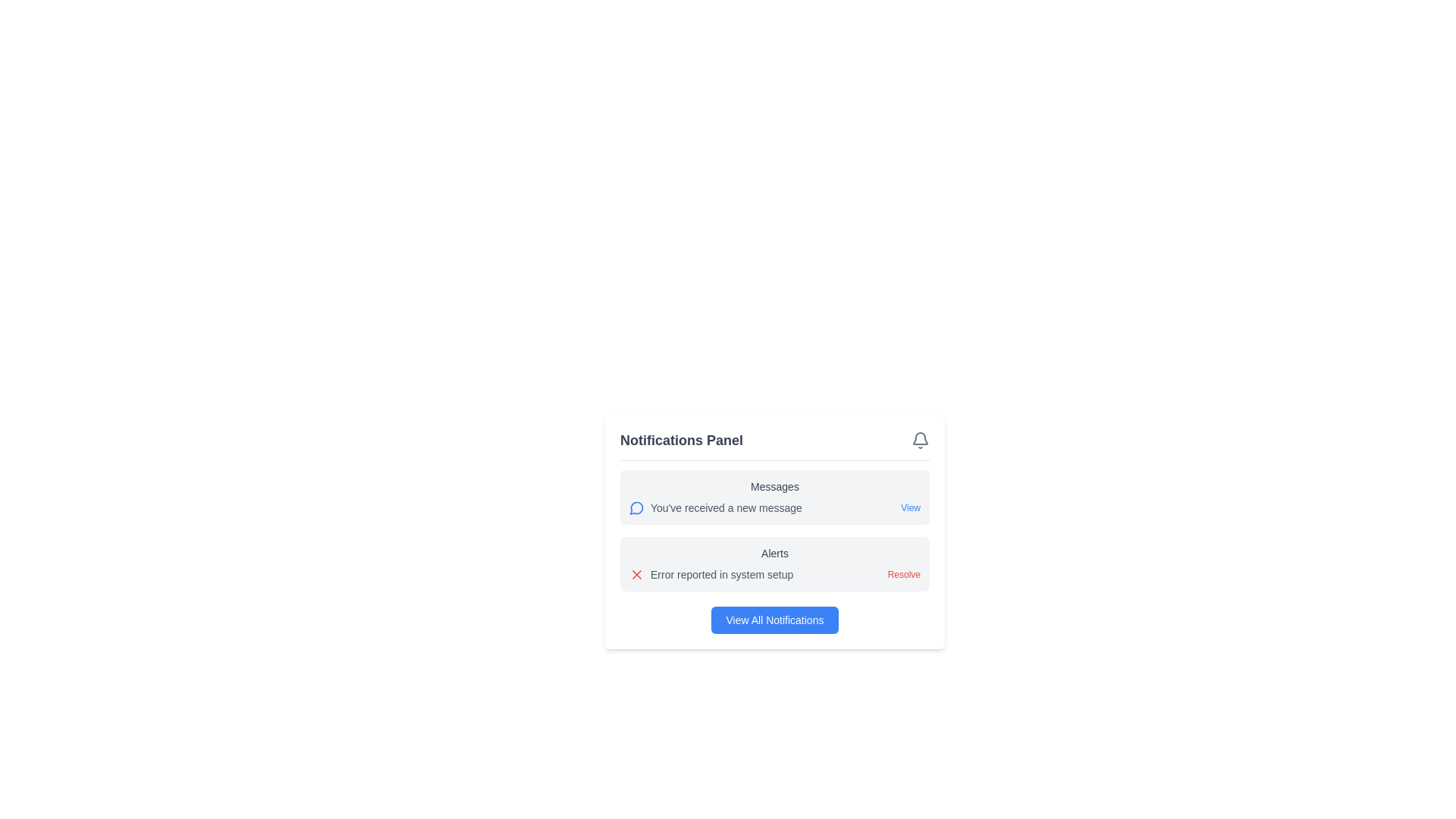 The image size is (1456, 819). I want to click on the notification panel component that displays categorized updates and action buttons for focus, so click(775, 578).